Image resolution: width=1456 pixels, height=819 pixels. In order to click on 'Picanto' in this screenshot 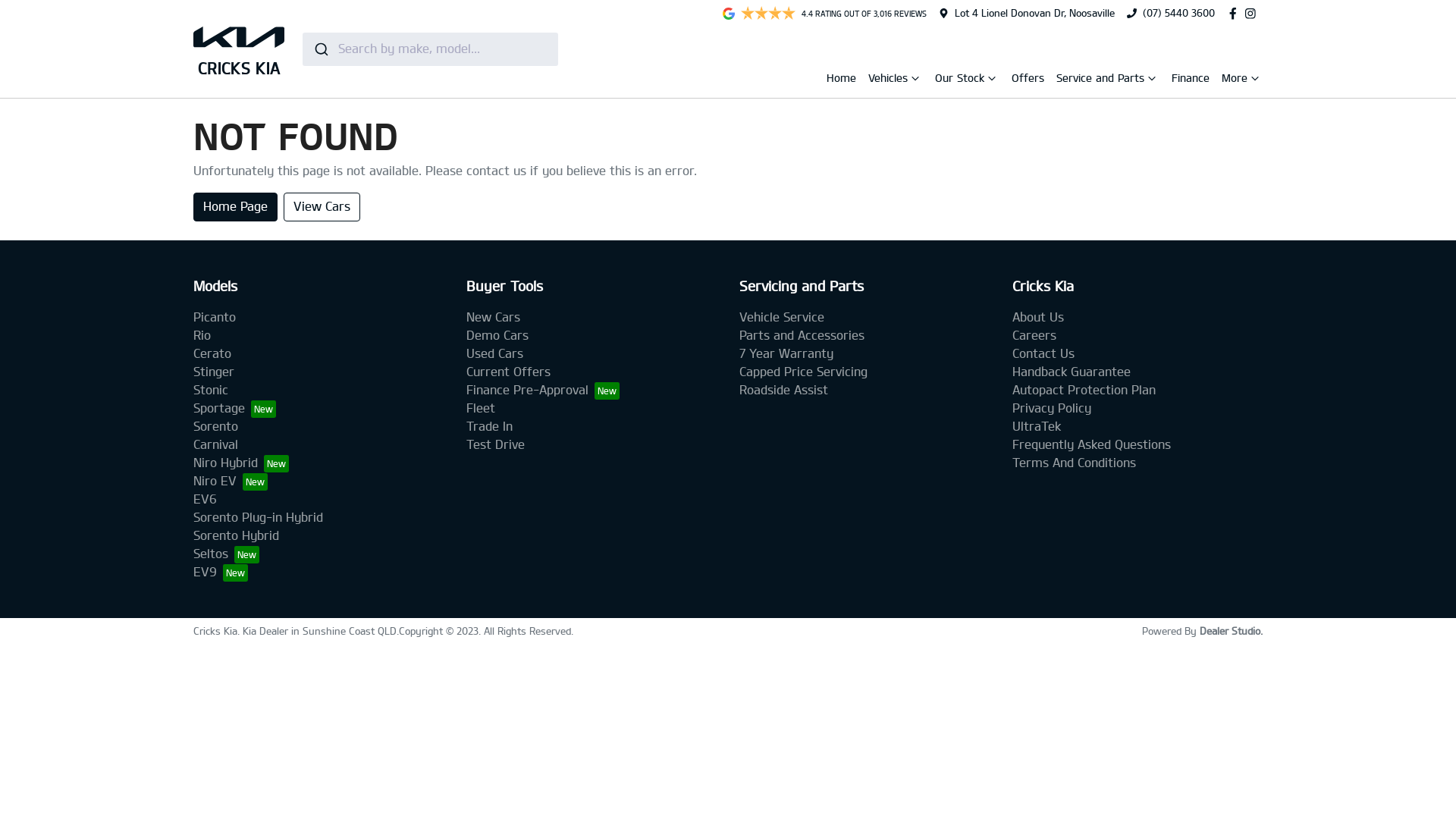, I will do `click(192, 316)`.